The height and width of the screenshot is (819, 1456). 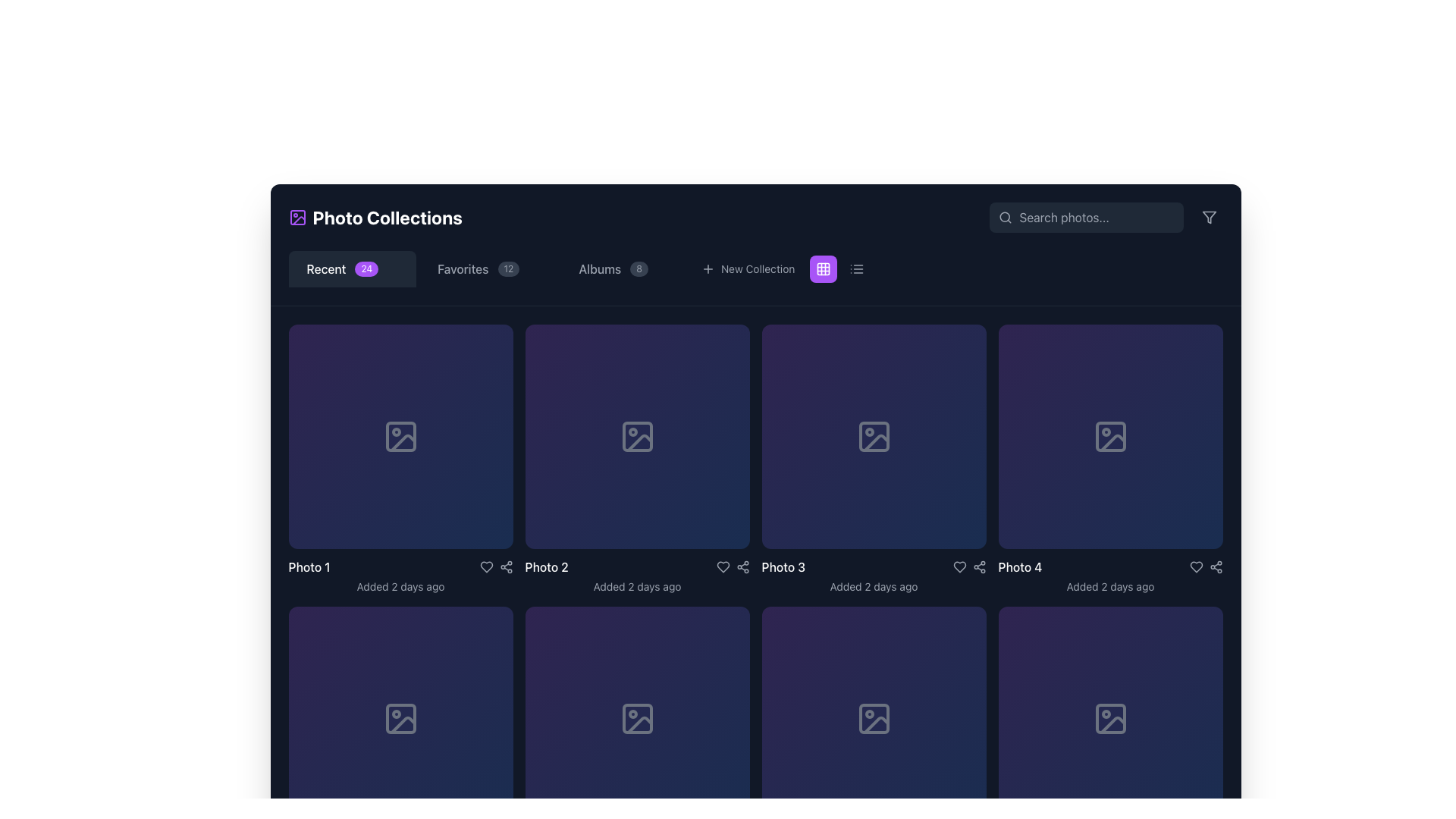 What do you see at coordinates (400, 718) in the screenshot?
I see `the icon resembling a downward-pointing arrow within a square to initiate a download` at bounding box center [400, 718].